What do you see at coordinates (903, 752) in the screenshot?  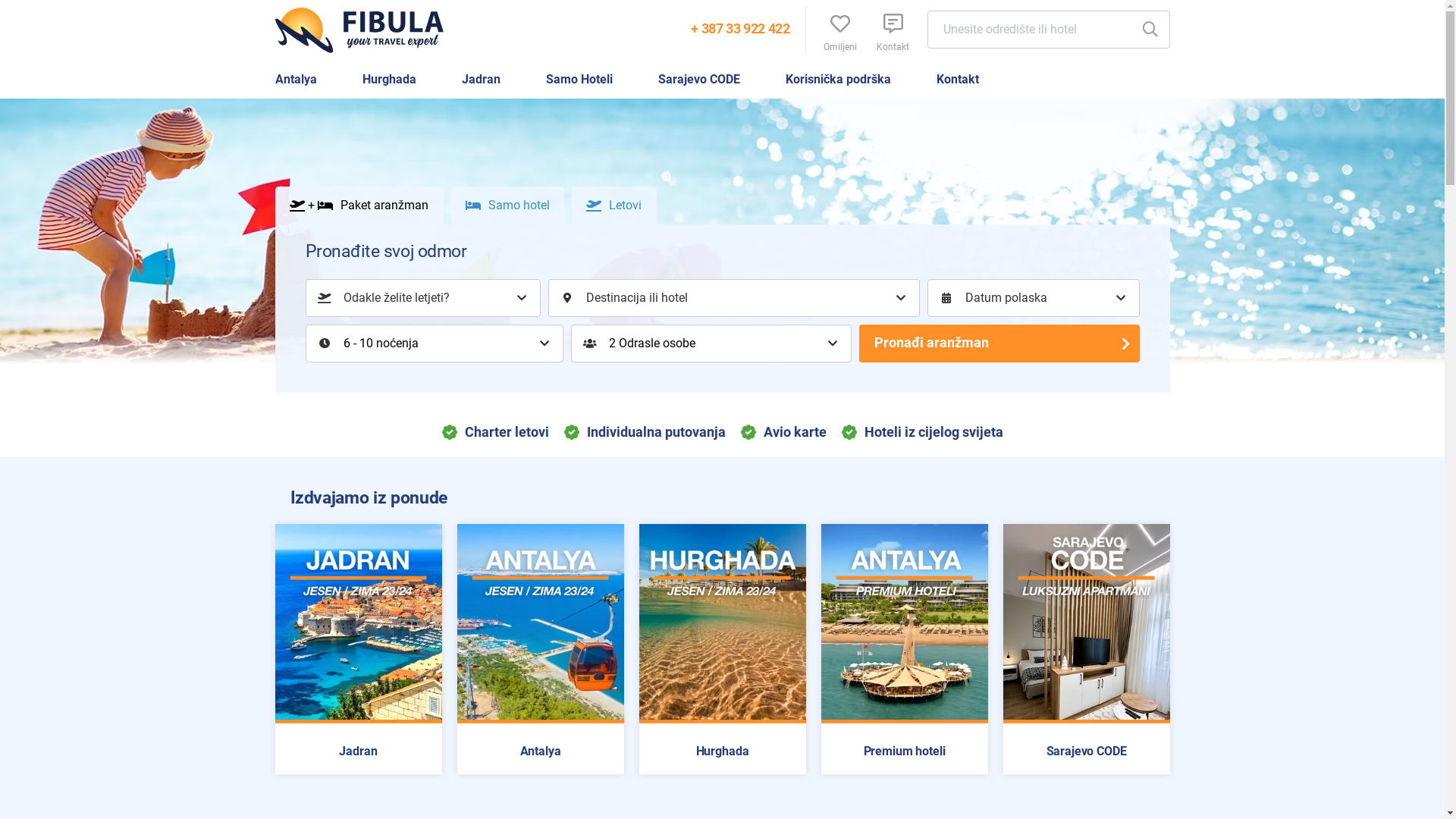 I see `'Premium hoteli'` at bounding box center [903, 752].